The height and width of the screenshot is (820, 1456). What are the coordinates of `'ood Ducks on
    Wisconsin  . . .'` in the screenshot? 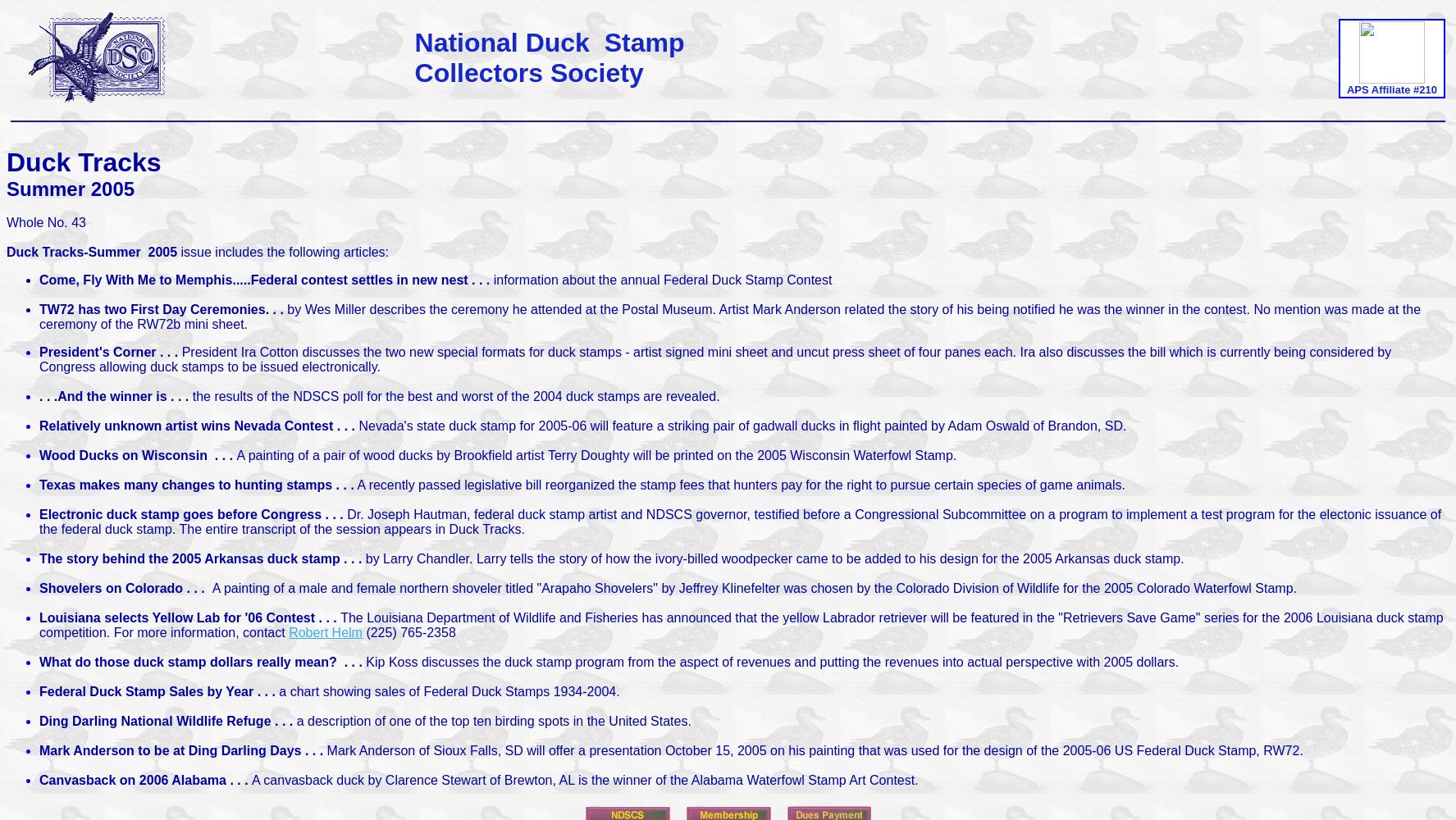 It's located at (49, 455).